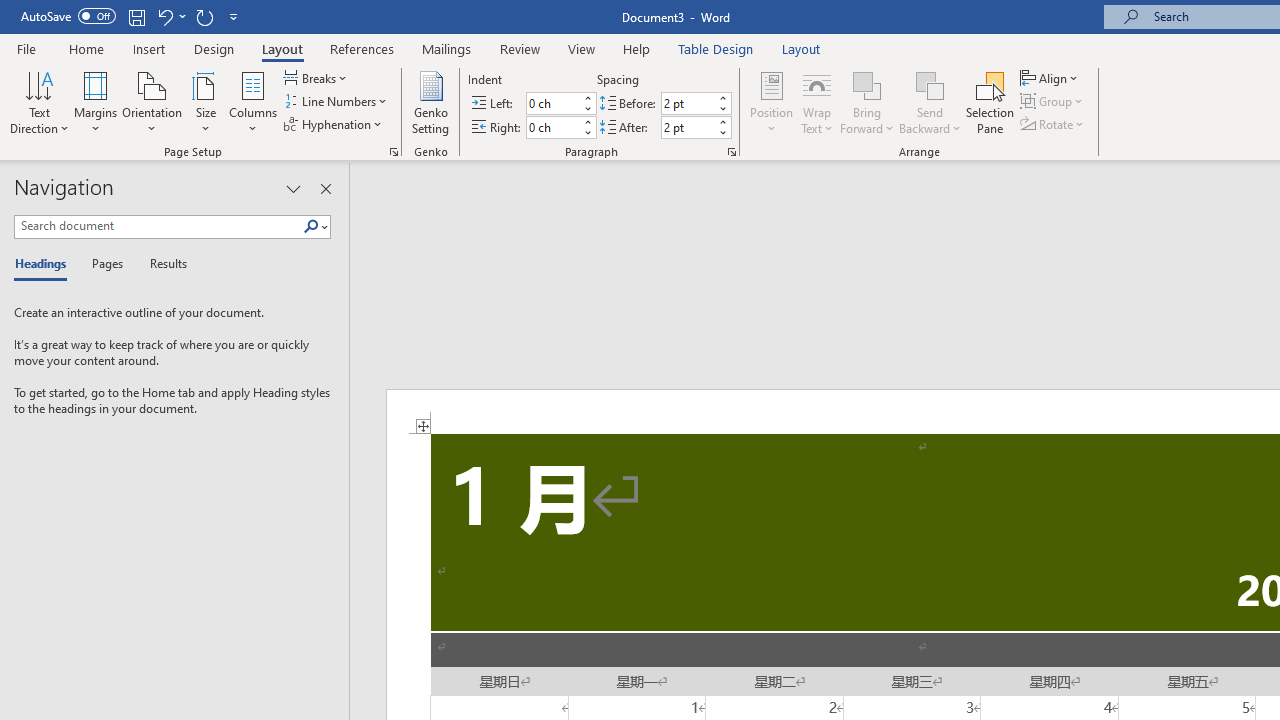  I want to click on 'Orientation', so click(151, 103).